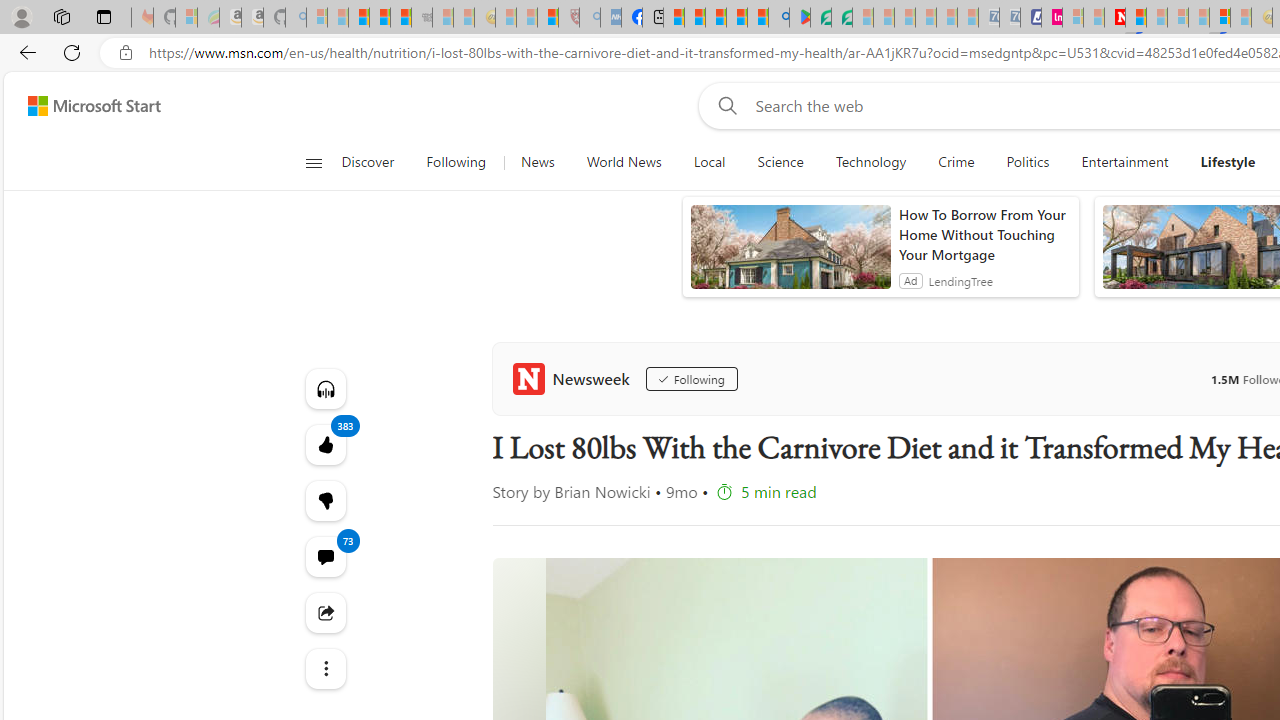  I want to click on 'Robert H. Shmerling, MD - Harvard Health - Sleeping', so click(567, 17).